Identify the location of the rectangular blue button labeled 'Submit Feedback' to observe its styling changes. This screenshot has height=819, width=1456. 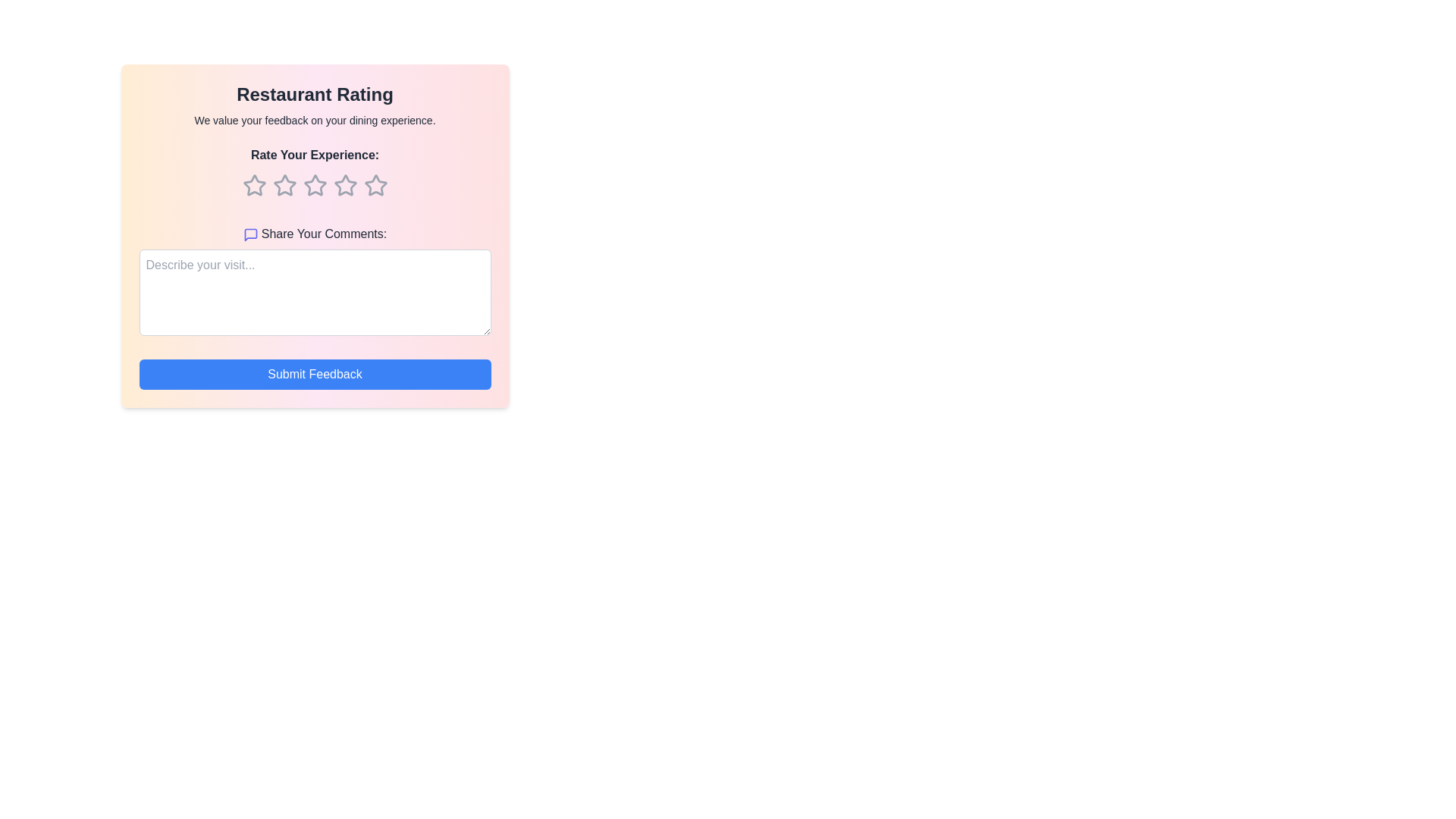
(314, 374).